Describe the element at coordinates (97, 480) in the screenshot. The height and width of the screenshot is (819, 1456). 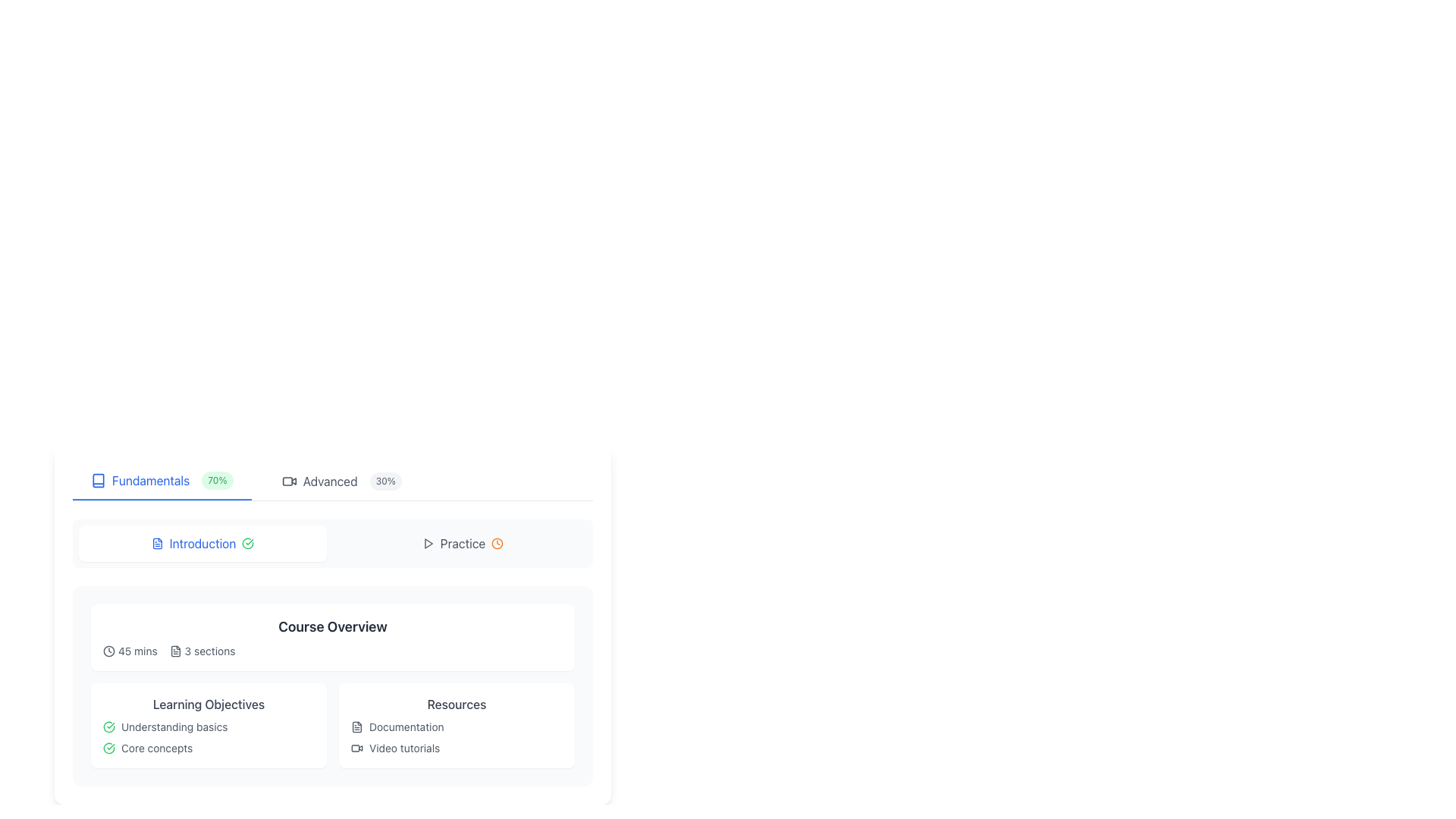
I see `the small outlined book icon located to the left of the text 'Fundamentals' in the section titled 'Fundamentals 70%` at that location.